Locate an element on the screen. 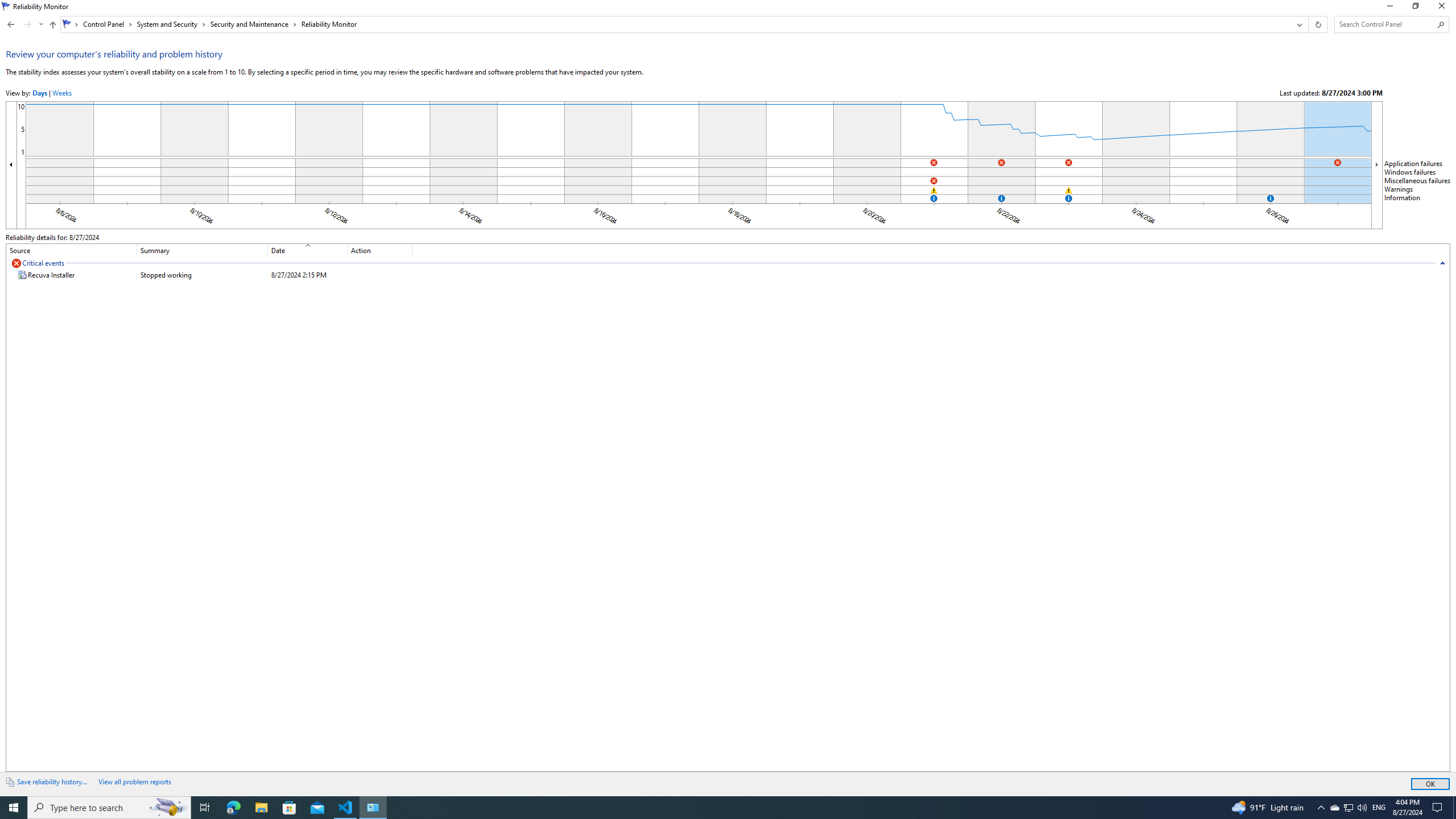  'Up to "Security and Maintenance" (Alt + Up Arrow)' is located at coordinates (53, 24).